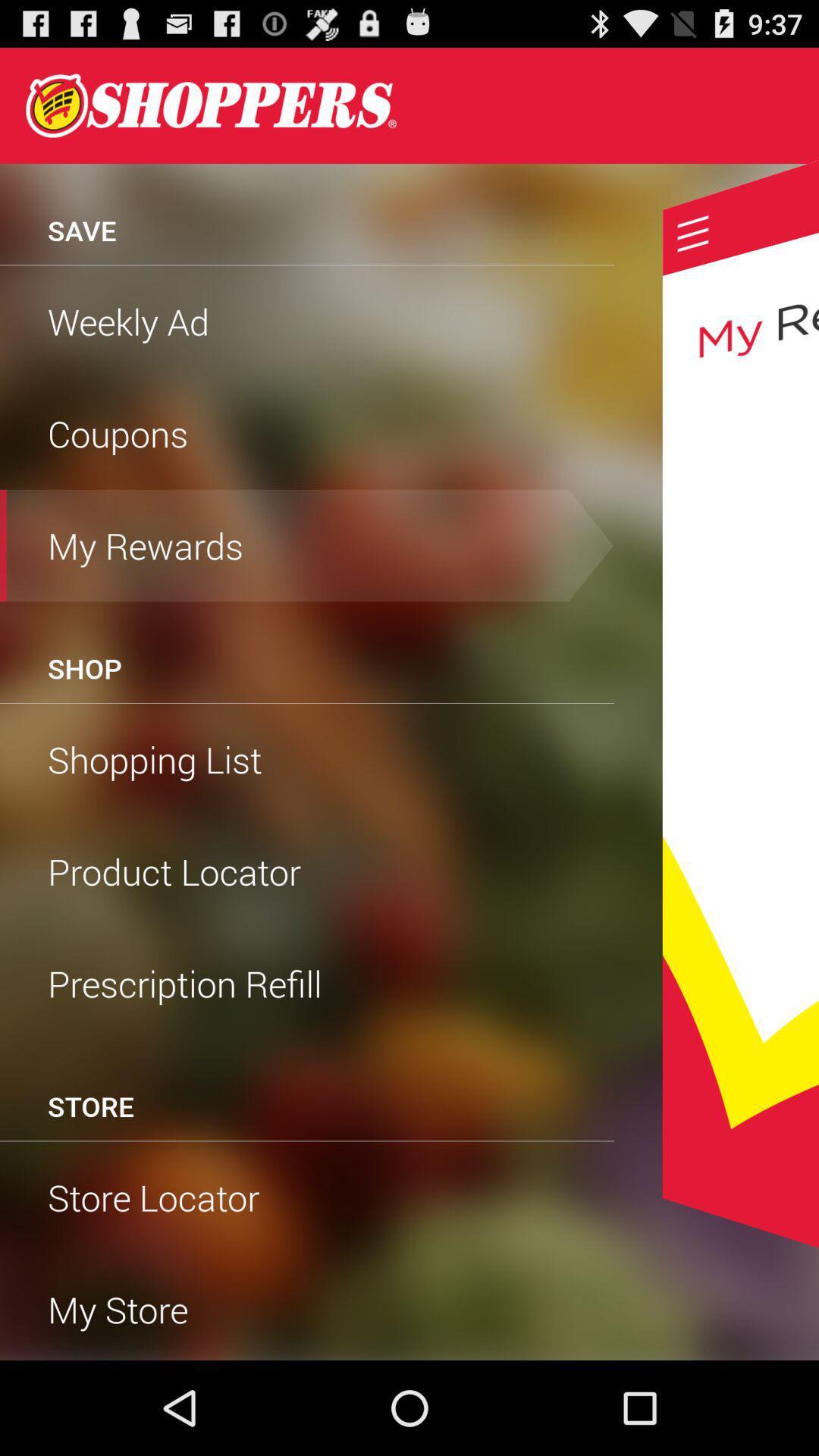 The image size is (819, 1456). Describe the element at coordinates (693, 232) in the screenshot. I see `menu option` at that location.